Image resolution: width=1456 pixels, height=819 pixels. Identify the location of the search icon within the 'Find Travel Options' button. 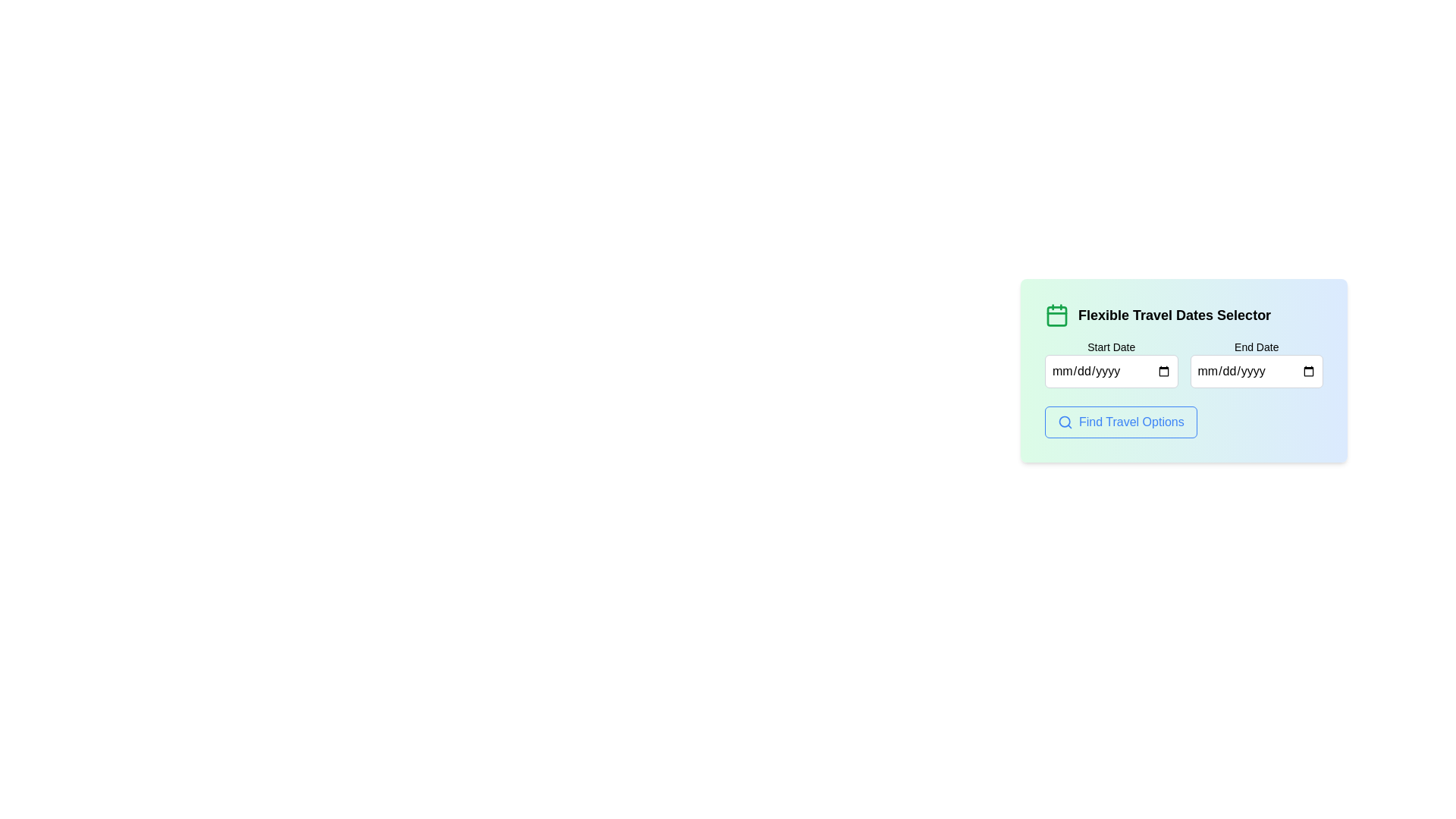
(1065, 422).